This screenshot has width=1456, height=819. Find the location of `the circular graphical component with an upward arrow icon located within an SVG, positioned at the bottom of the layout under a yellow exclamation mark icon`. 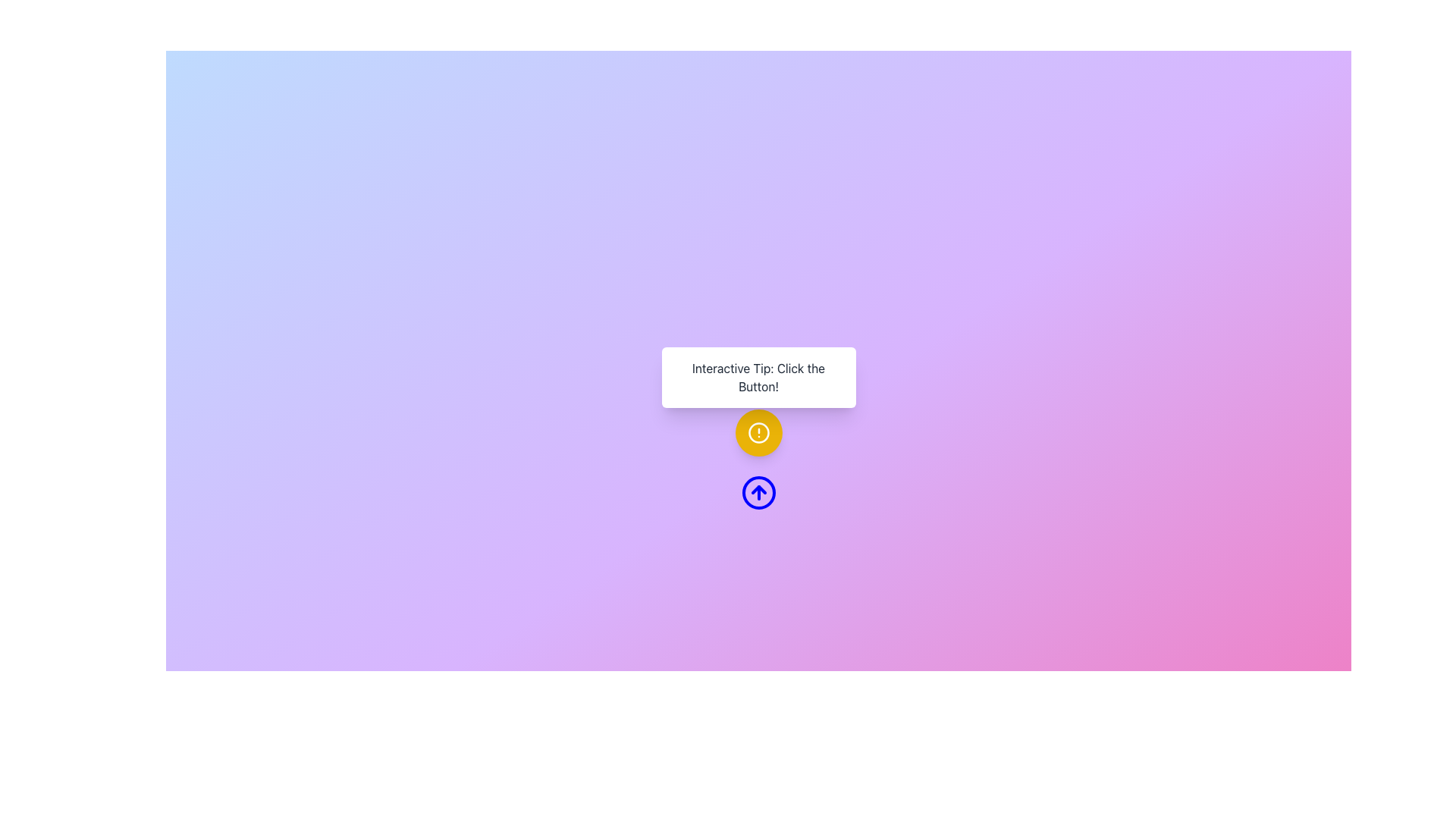

the circular graphical component with an upward arrow icon located within an SVG, positioned at the bottom of the layout under a yellow exclamation mark icon is located at coordinates (758, 493).